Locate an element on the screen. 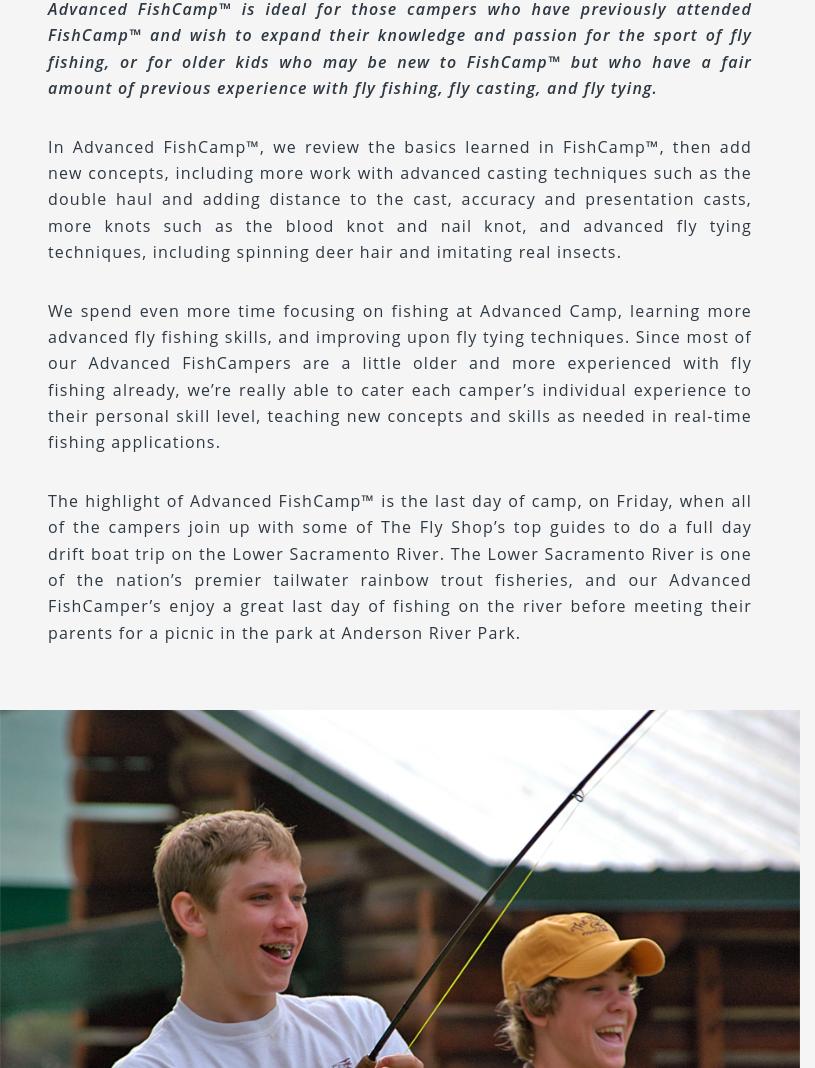  'and wish to expand their knowledge and passion for the sport of fly fishing, or for older kids who may be new to FishCamp™ but who have a fair amount of previous experience with fly fishing, fly casting, and fly tying.' is located at coordinates (47, 60).